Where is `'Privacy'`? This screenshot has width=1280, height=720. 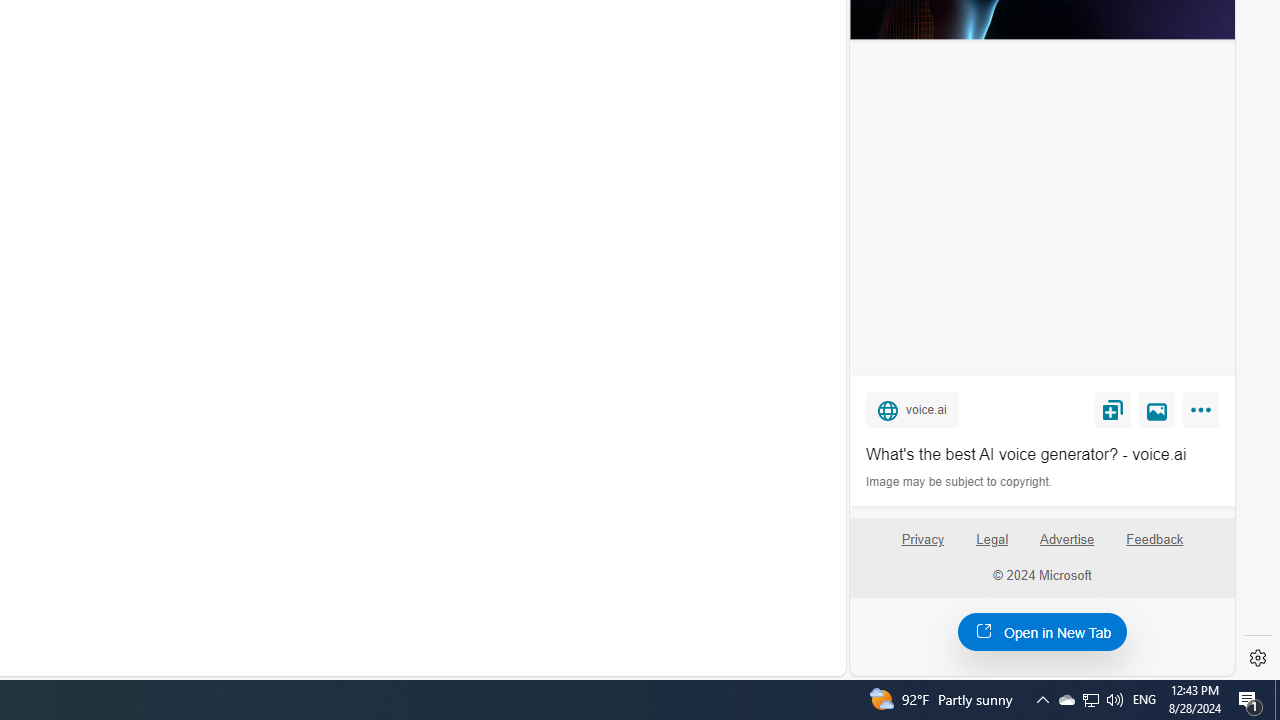
'Privacy' is located at coordinates (921, 547).